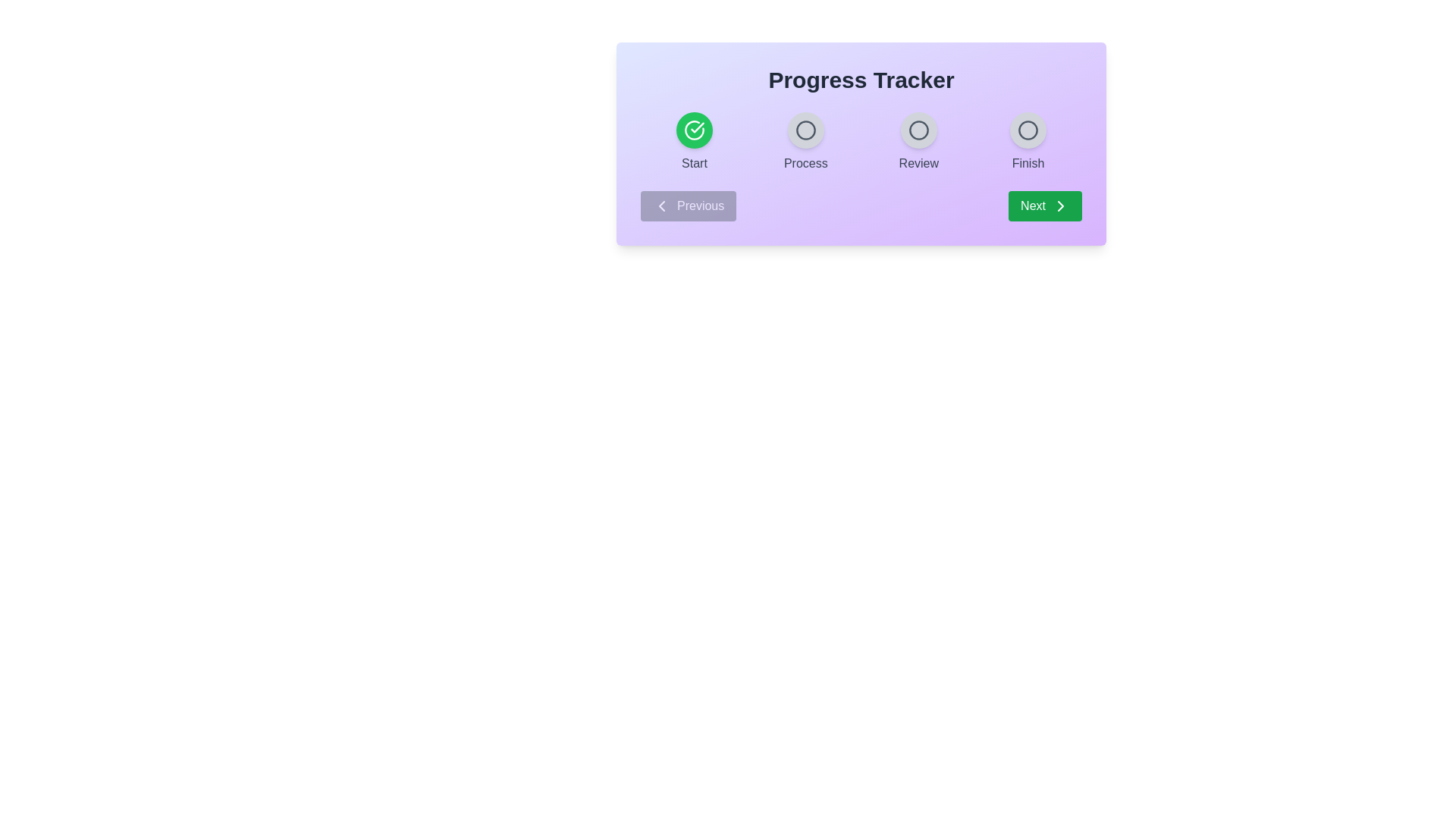  I want to click on the 'Start' status indicator, which is the first element in a sequence of progress indicators and visually represents an active or completed step with a green color and check mark, so click(694, 143).